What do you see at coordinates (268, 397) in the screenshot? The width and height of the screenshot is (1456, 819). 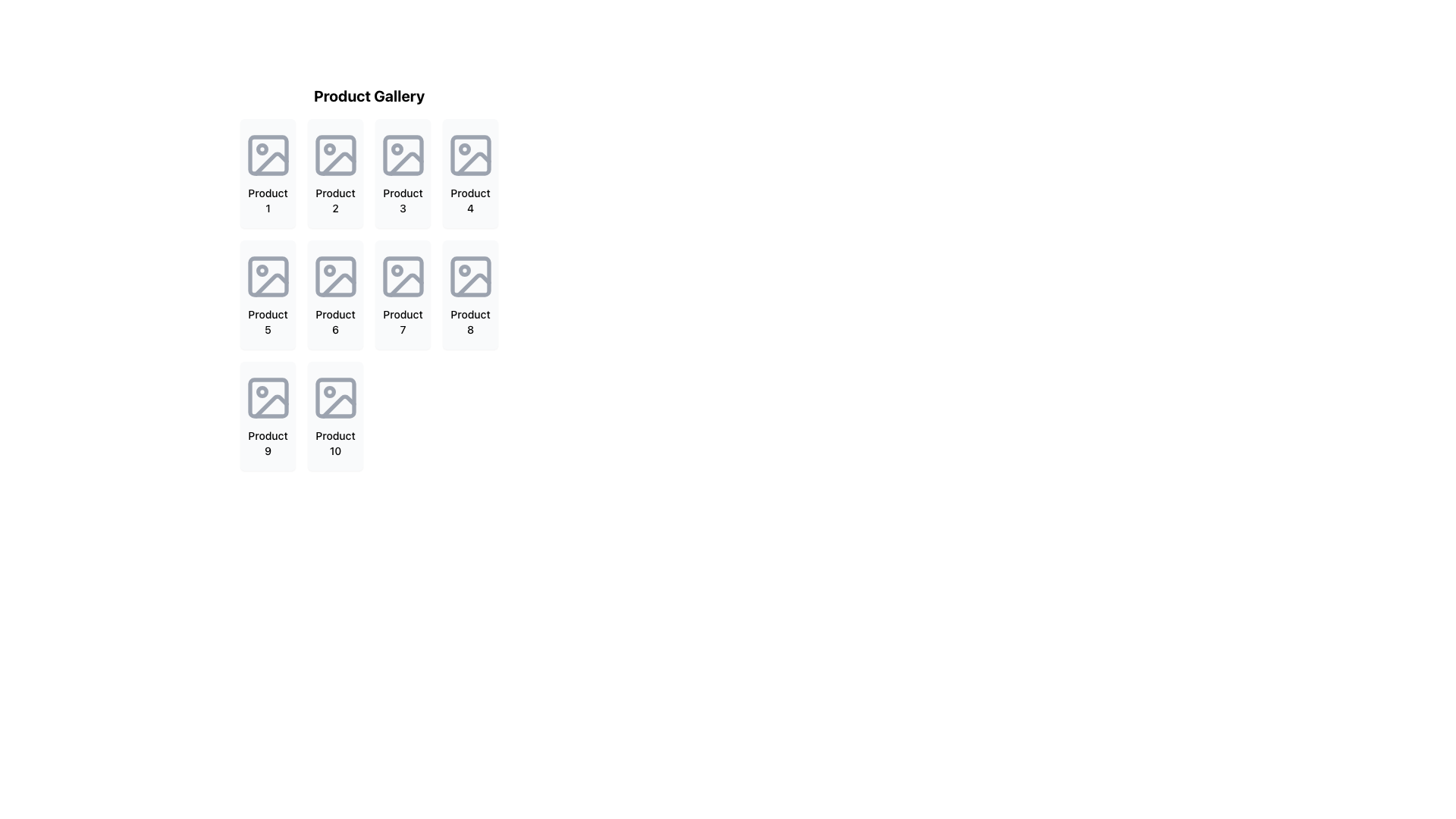 I see `the SVG graphical placeholder image of 'Product 9'` at bounding box center [268, 397].